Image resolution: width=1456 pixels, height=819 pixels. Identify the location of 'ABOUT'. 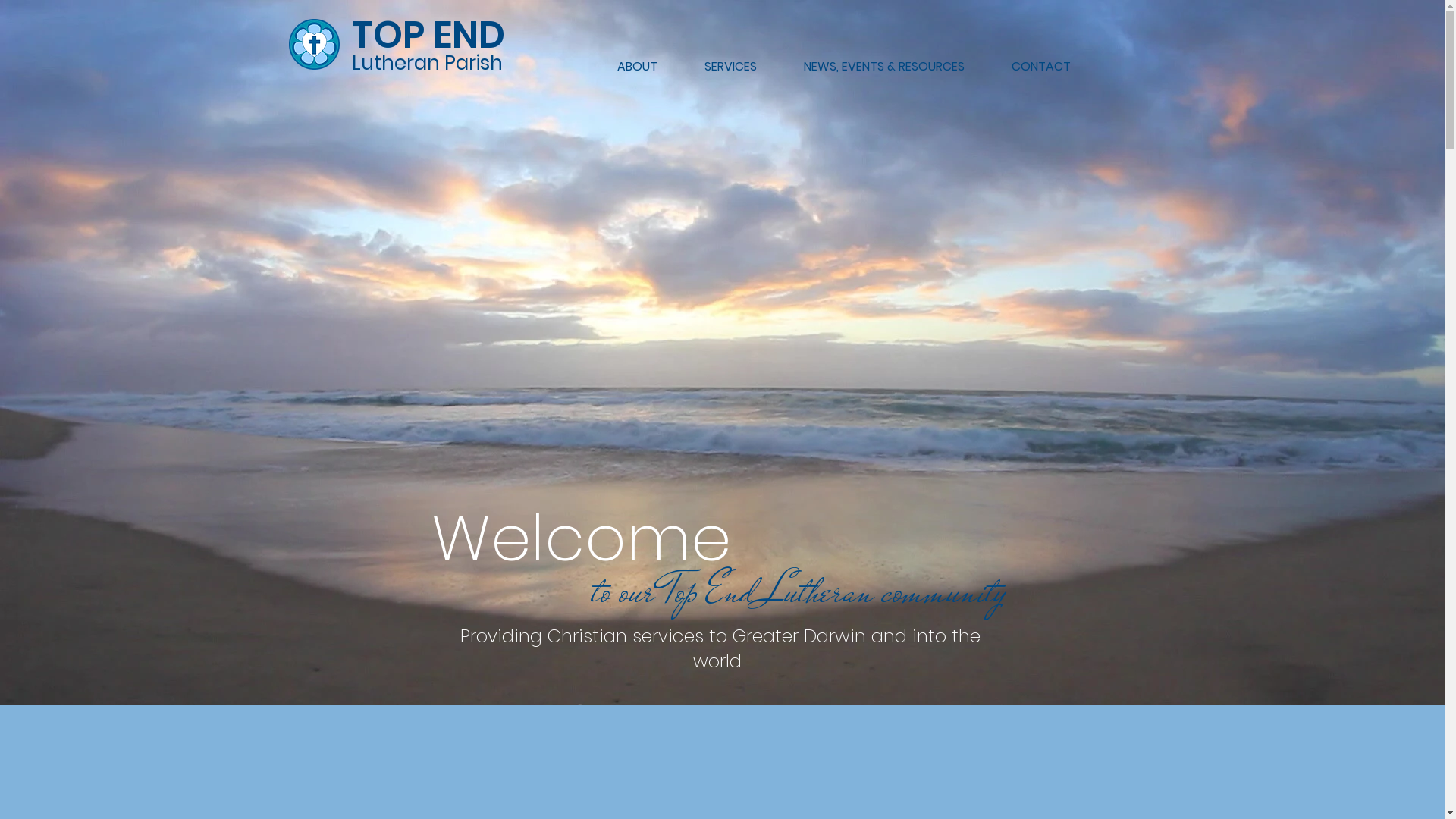
(636, 65).